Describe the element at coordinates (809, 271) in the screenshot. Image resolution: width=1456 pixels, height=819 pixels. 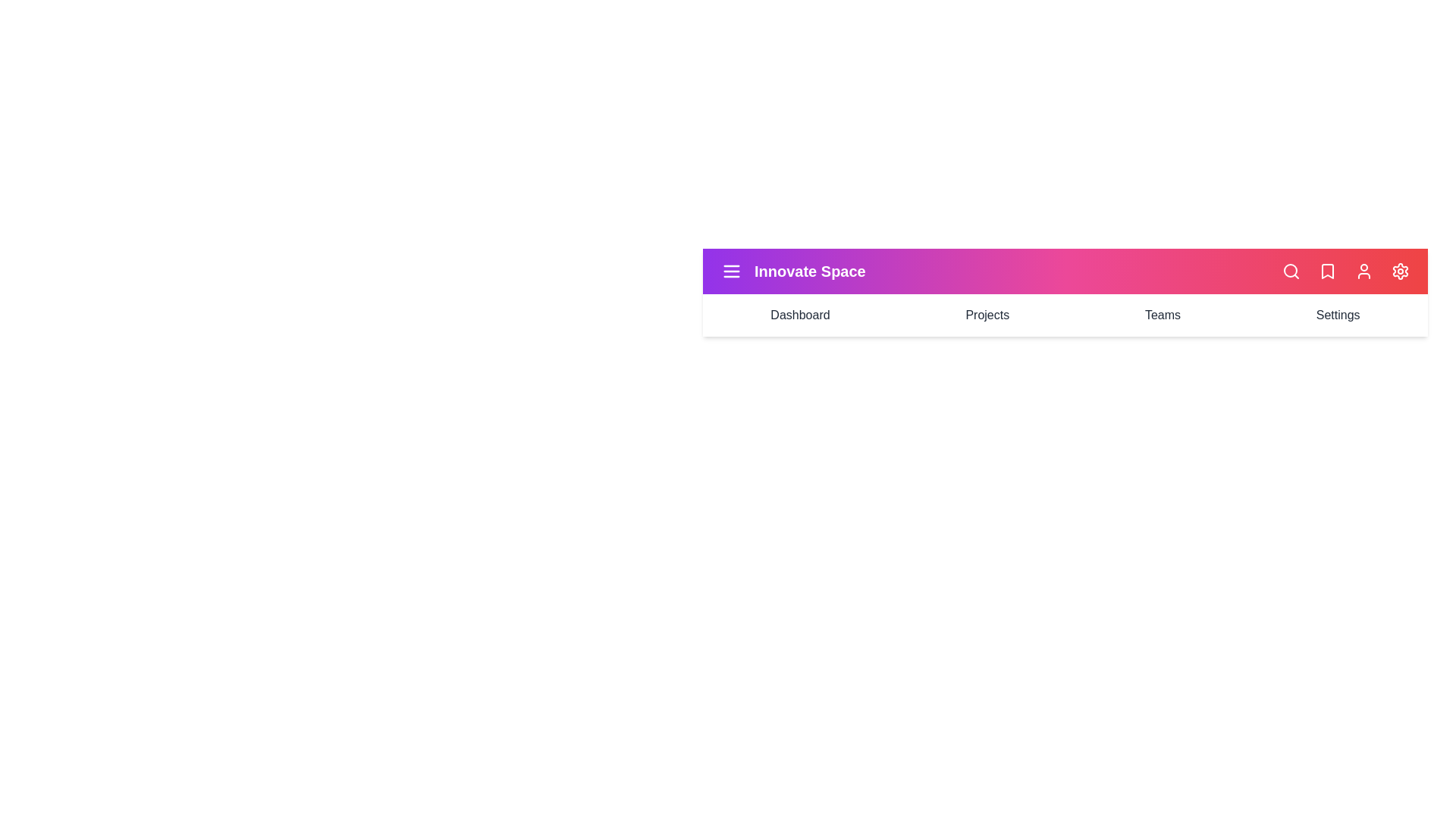
I see `the 'Innovate Space' text in the app bar` at that location.